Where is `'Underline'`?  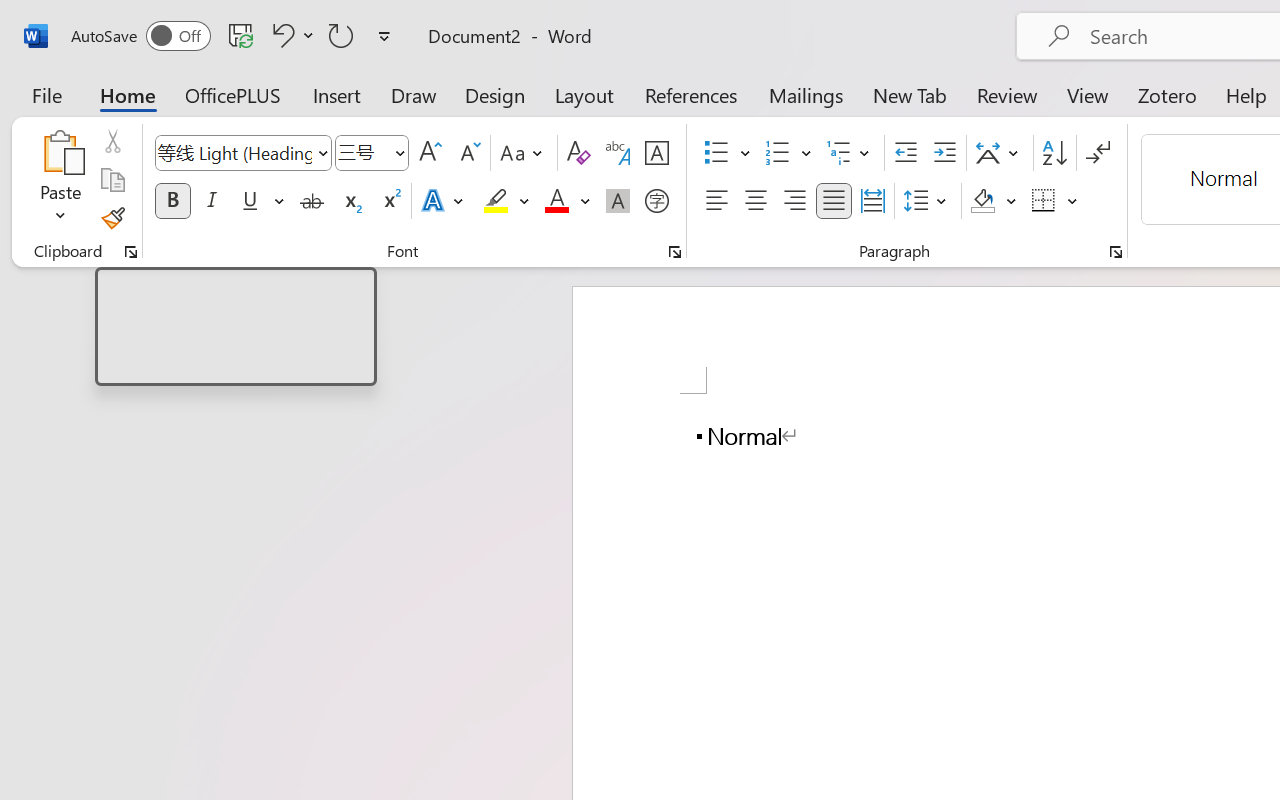
'Underline' is located at coordinates (249, 201).